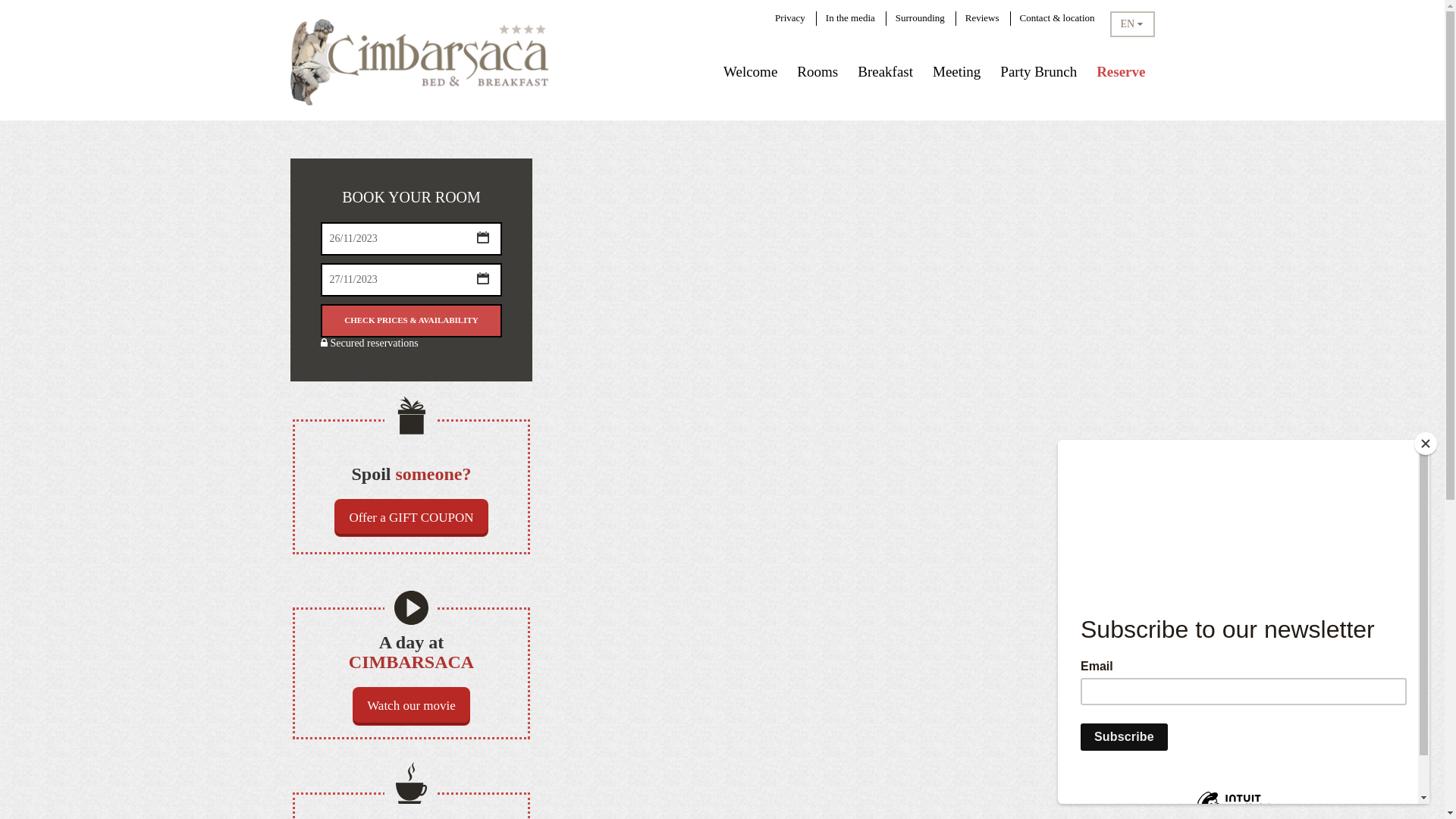 This screenshot has width=1456, height=819. I want to click on 'Reviews', so click(982, 18).